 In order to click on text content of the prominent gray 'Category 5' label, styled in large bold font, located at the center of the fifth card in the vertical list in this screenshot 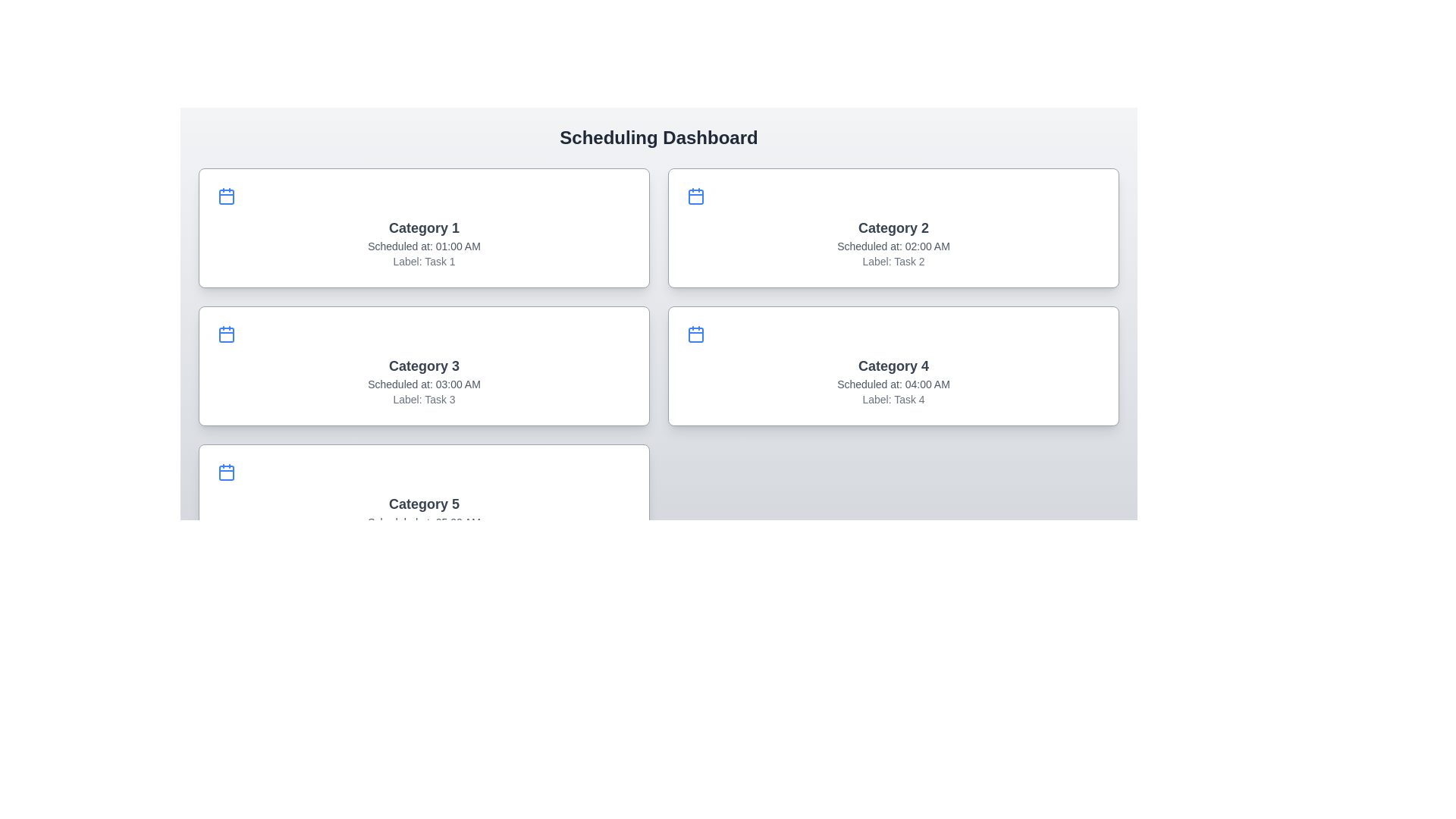, I will do `click(424, 504)`.